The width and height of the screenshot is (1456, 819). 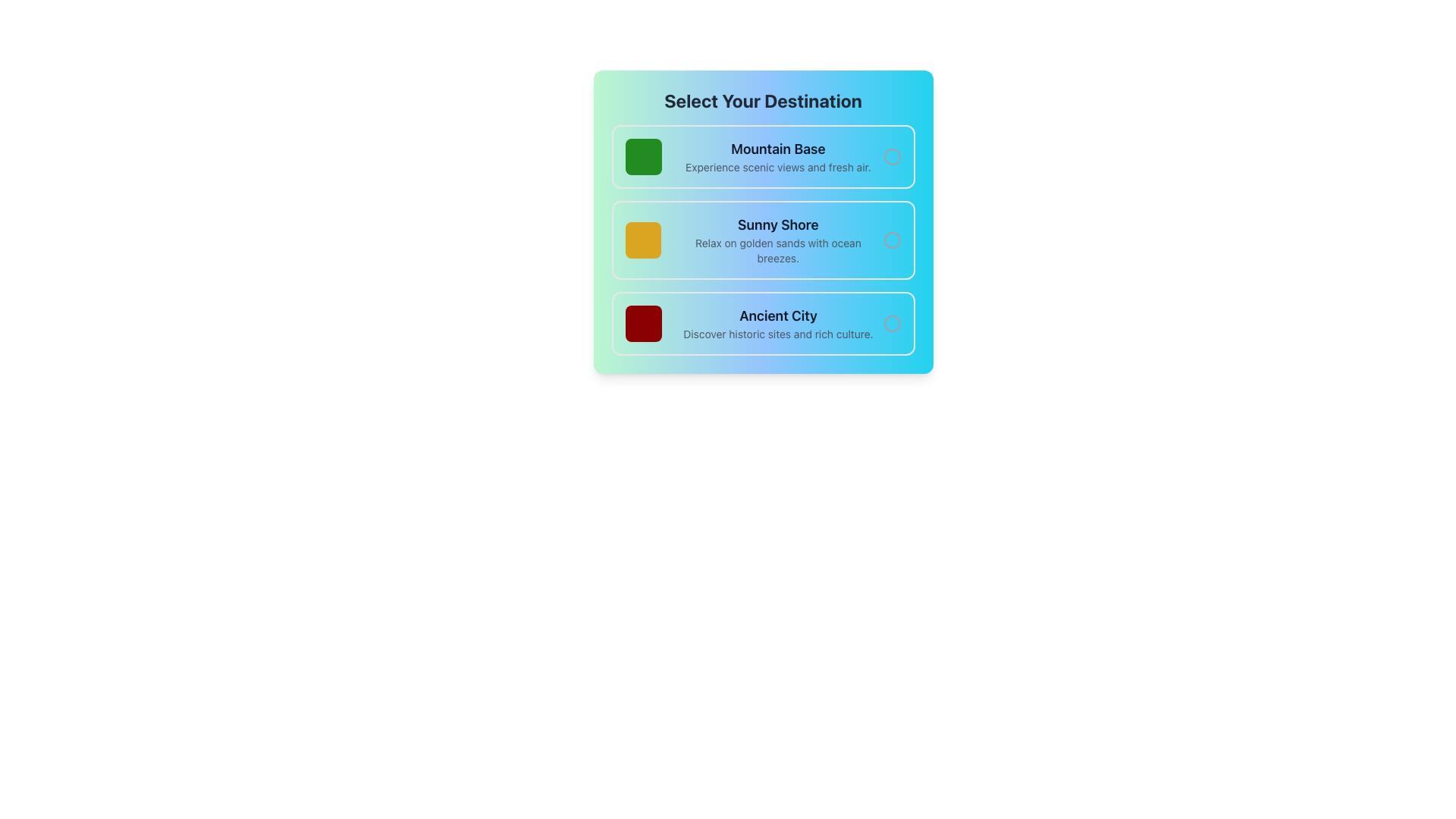 What do you see at coordinates (892, 323) in the screenshot?
I see `the smaller inner gray circle located centrally within a larger icon, positioned to the right of the 'Ancient City' option in the list` at bounding box center [892, 323].